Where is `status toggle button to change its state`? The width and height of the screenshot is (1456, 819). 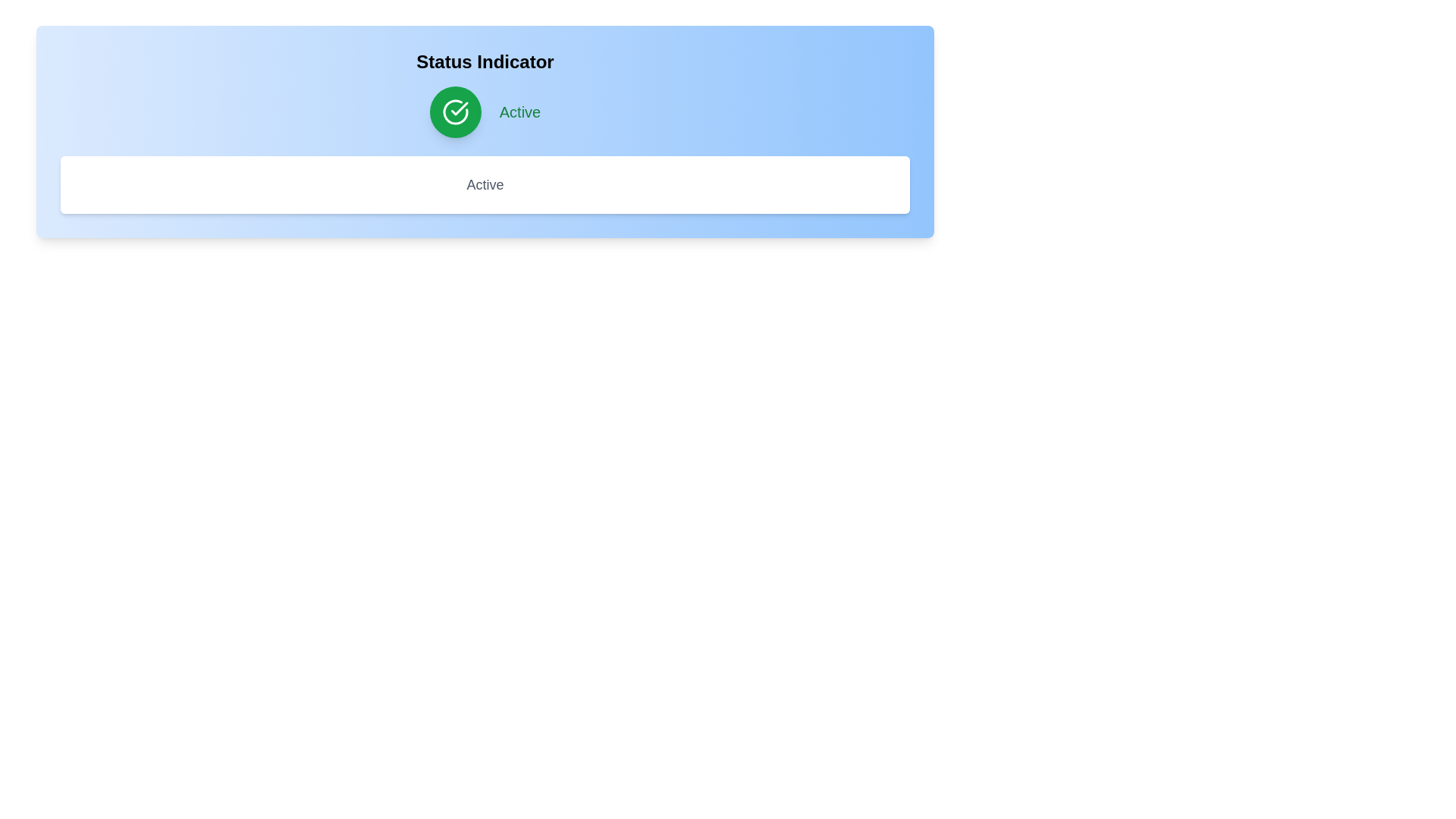 status toggle button to change its state is located at coordinates (454, 111).